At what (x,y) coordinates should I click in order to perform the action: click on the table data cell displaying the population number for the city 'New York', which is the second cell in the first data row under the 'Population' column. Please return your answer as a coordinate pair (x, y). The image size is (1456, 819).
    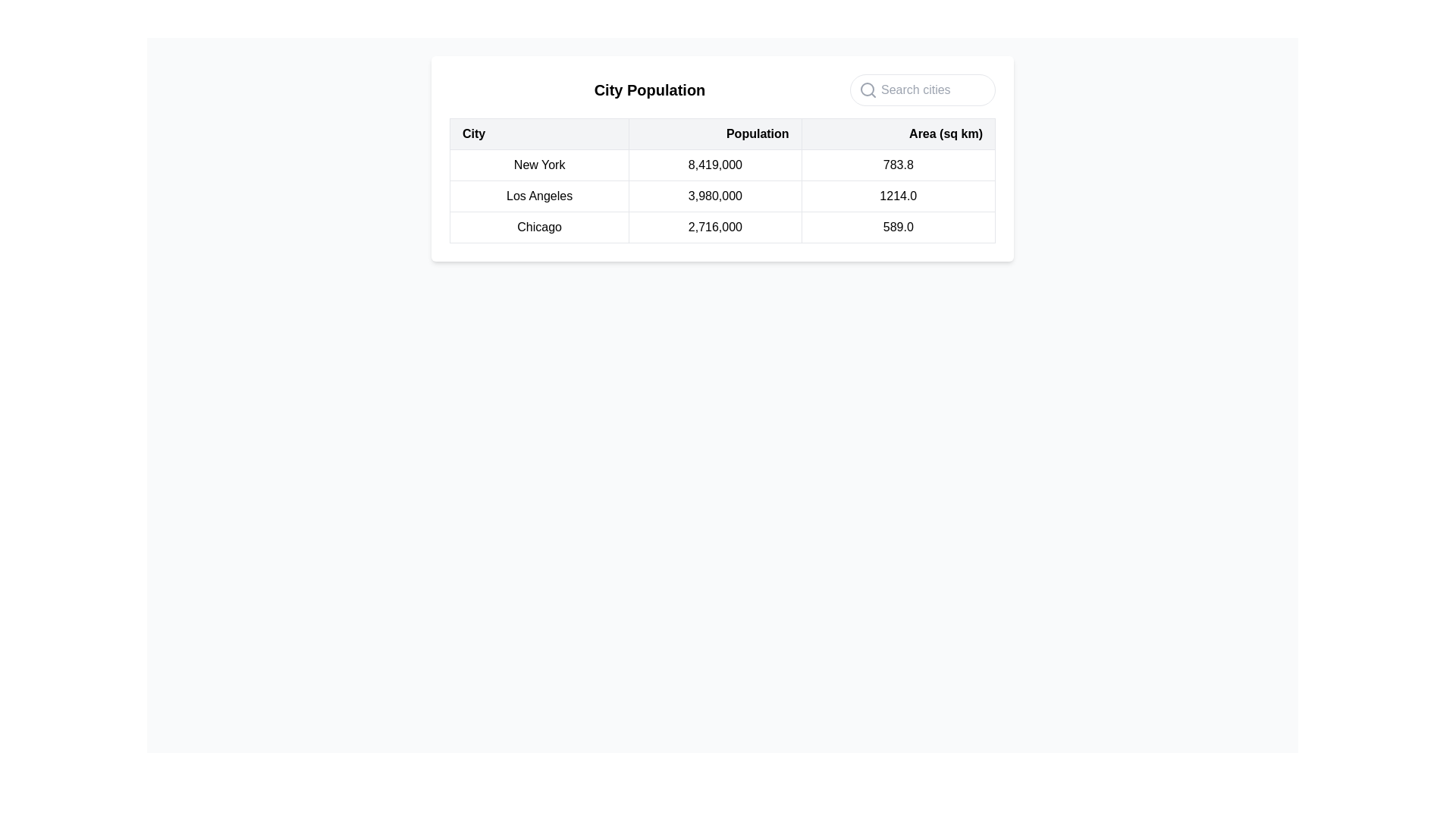
    Looking at the image, I should click on (714, 165).